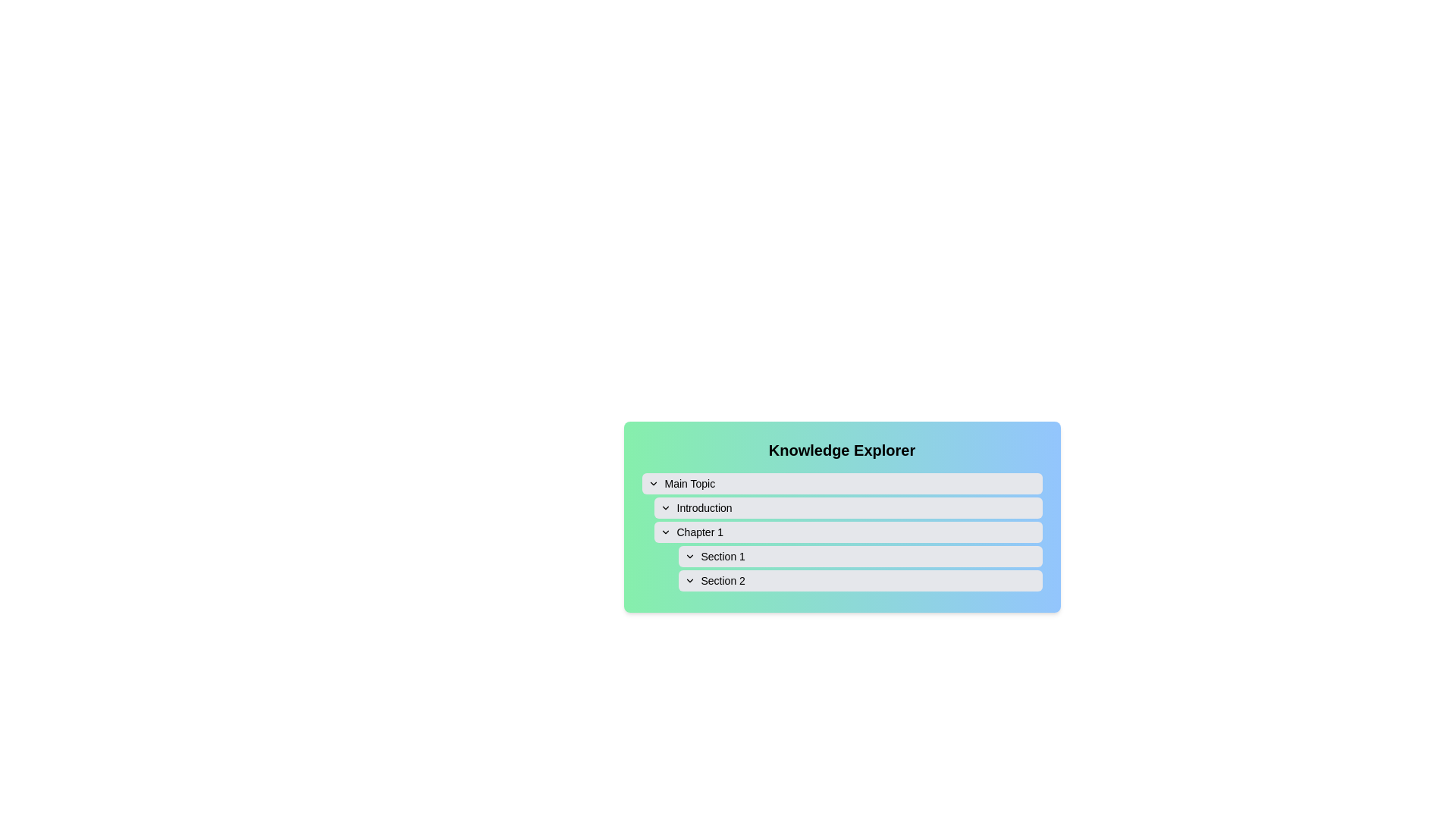 The width and height of the screenshot is (1456, 819). I want to click on the toggle button labeled 'Chapter 1', so click(847, 532).